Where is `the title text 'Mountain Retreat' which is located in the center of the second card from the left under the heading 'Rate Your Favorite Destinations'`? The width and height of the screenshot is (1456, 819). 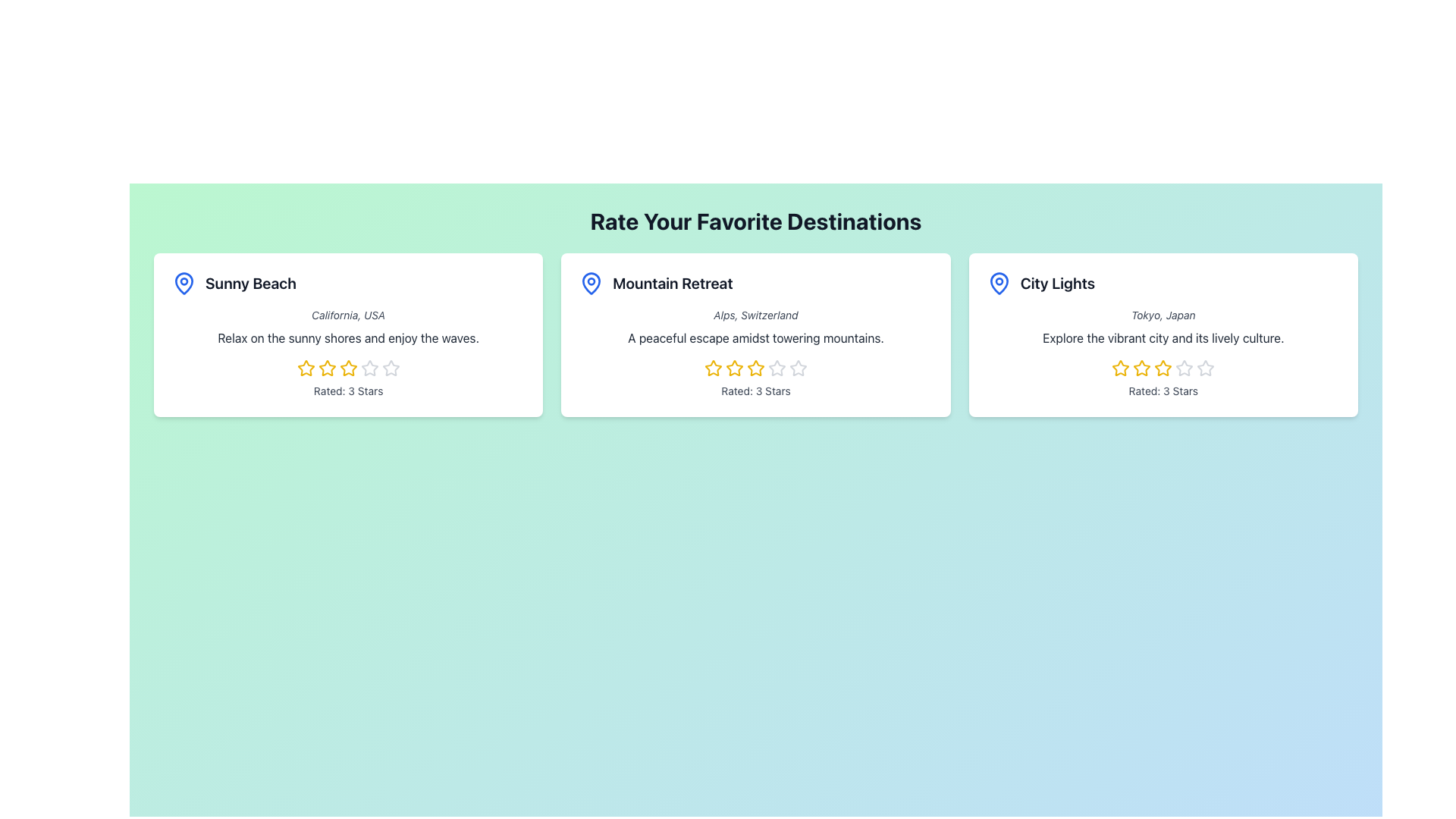
the title text 'Mountain Retreat' which is located in the center of the second card from the left under the heading 'Rate Your Favorite Destinations' is located at coordinates (672, 284).